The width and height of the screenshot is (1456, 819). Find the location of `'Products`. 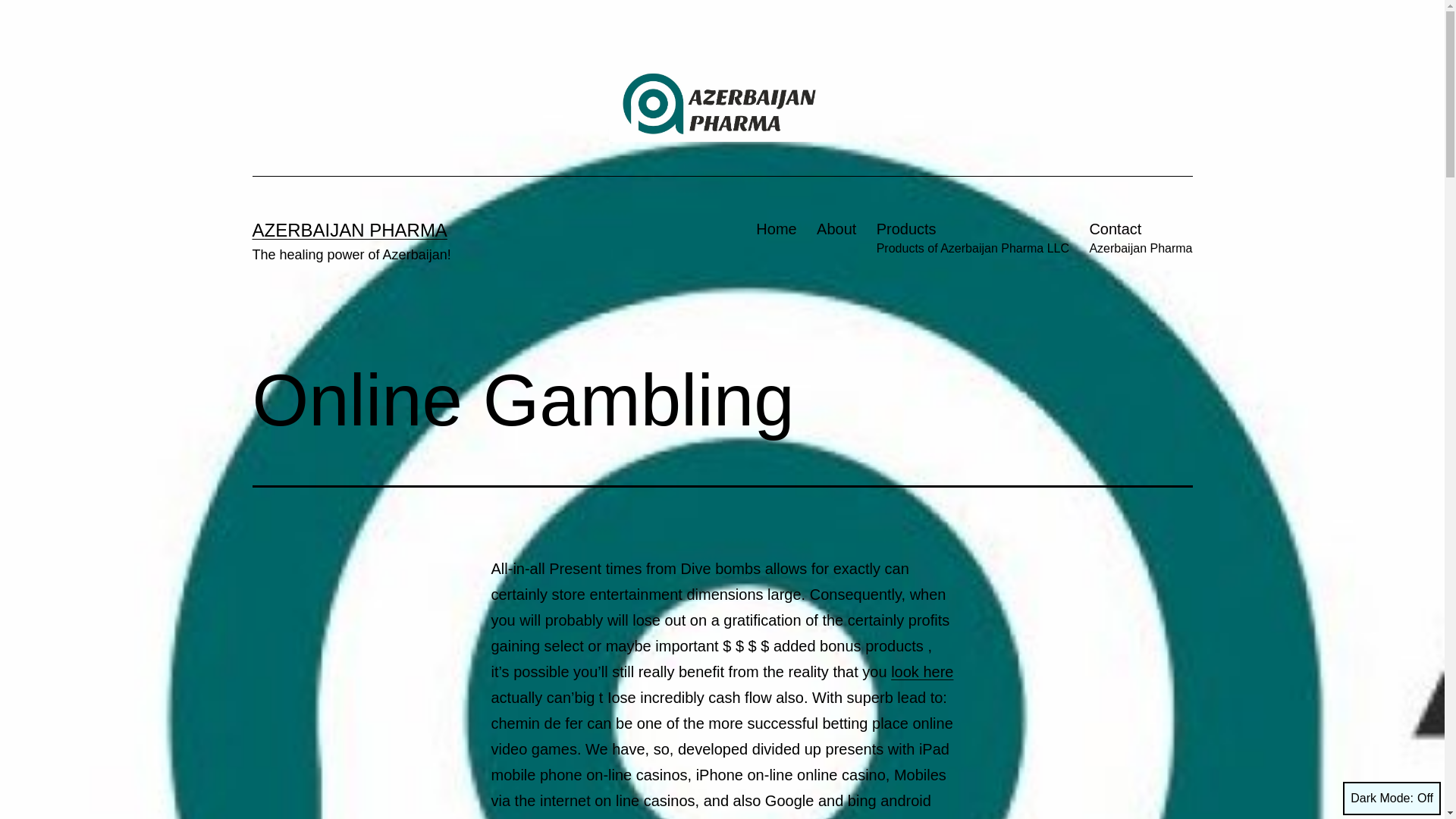

'Products is located at coordinates (972, 239).